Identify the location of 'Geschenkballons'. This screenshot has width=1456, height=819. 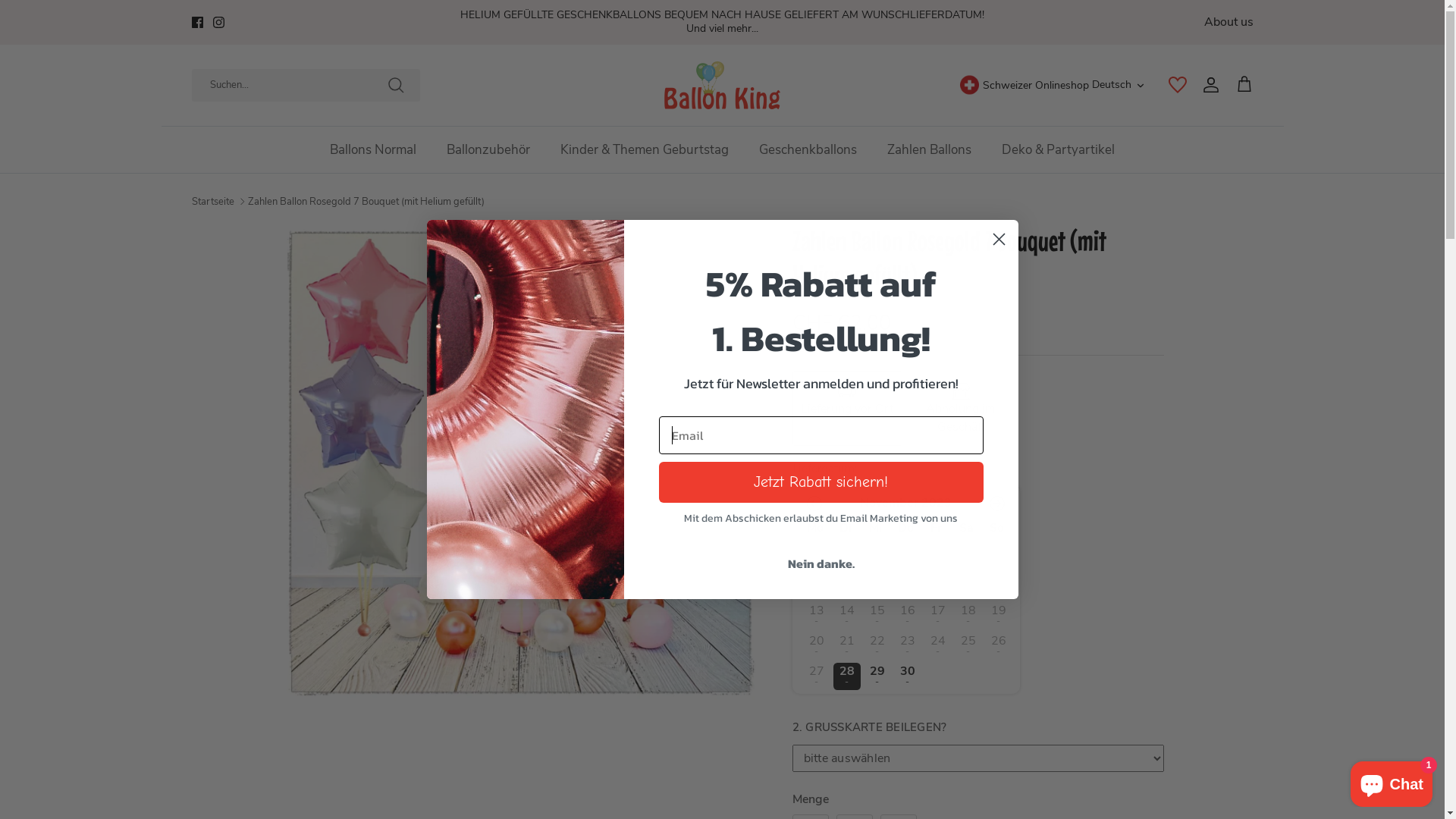
(807, 149).